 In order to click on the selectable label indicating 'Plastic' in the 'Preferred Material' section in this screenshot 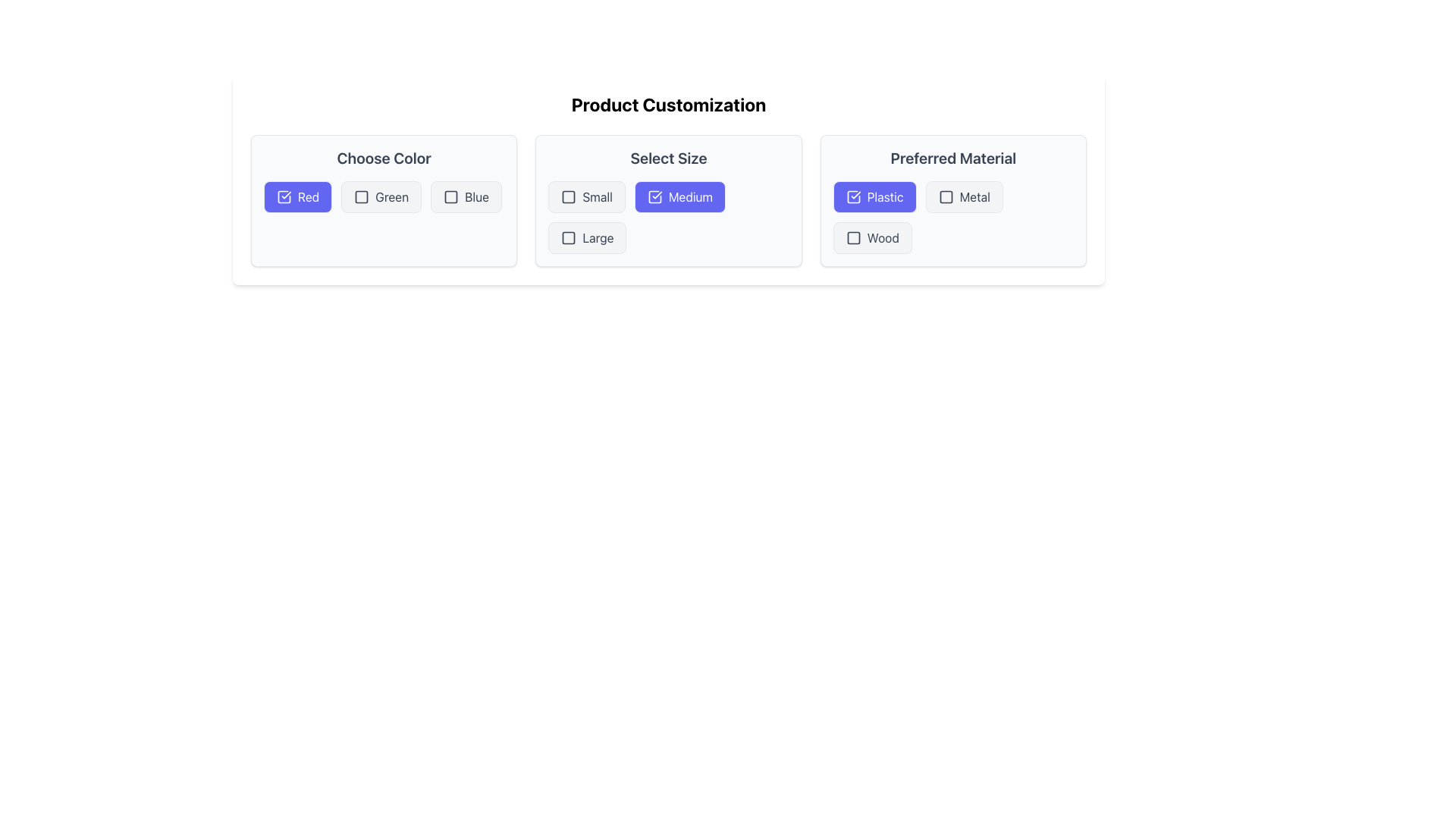, I will do `click(885, 196)`.